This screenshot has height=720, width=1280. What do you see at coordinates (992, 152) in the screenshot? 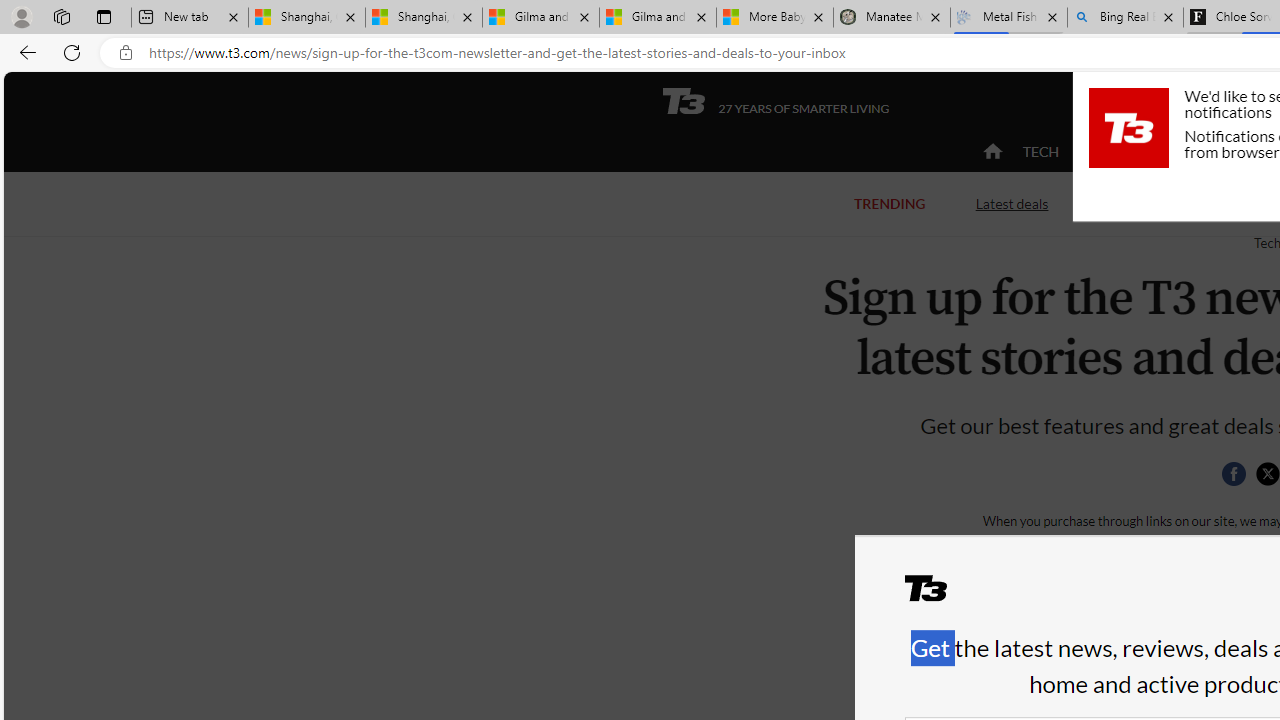
I see `'home'` at bounding box center [992, 152].